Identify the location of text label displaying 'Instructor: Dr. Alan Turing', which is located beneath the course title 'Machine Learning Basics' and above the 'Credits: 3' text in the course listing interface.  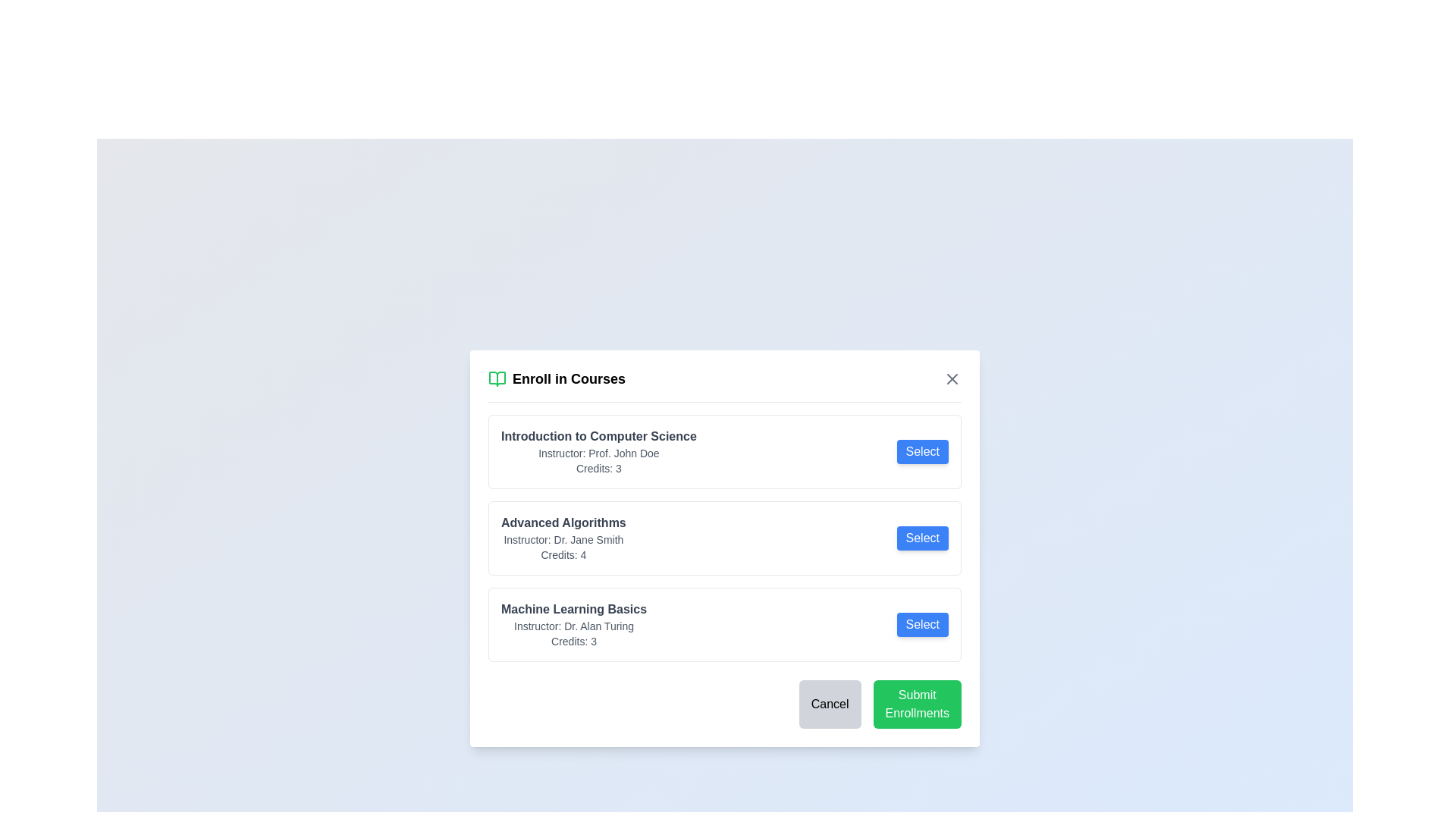
(573, 626).